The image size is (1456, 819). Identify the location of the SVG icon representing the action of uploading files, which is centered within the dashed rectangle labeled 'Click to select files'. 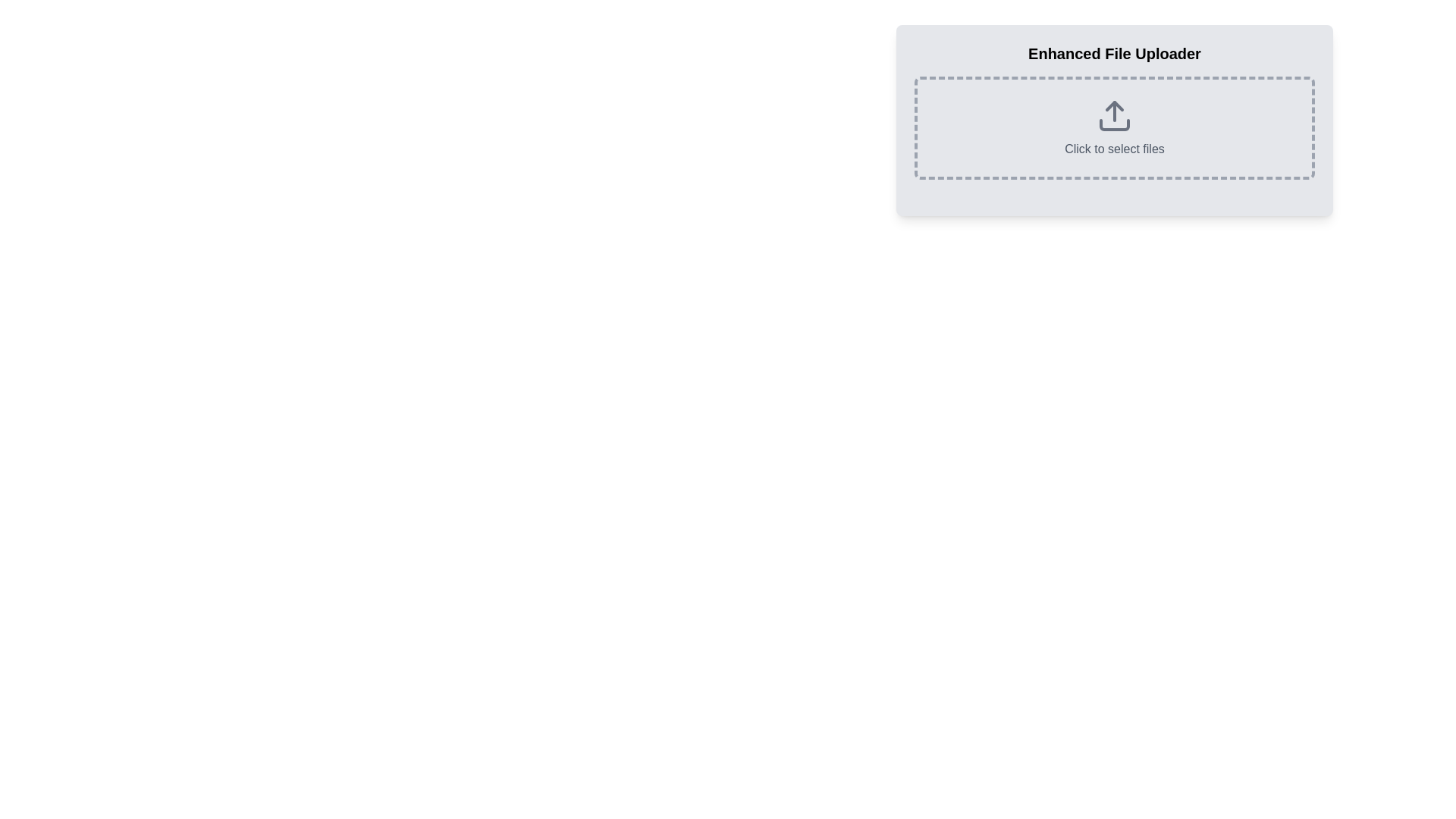
(1114, 115).